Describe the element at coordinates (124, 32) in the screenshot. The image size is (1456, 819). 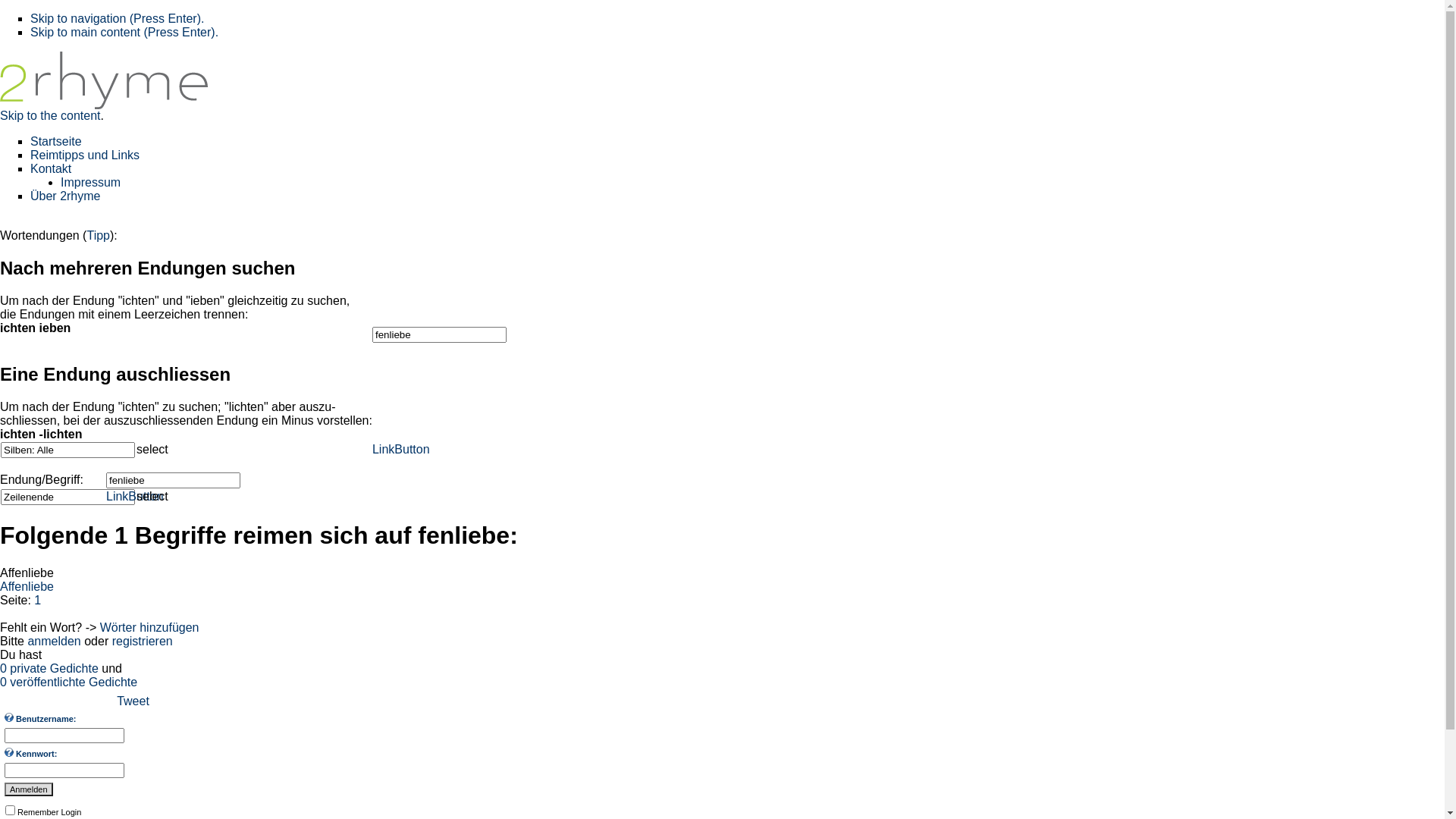
I see `'Skip to main content (Press Enter).'` at that location.